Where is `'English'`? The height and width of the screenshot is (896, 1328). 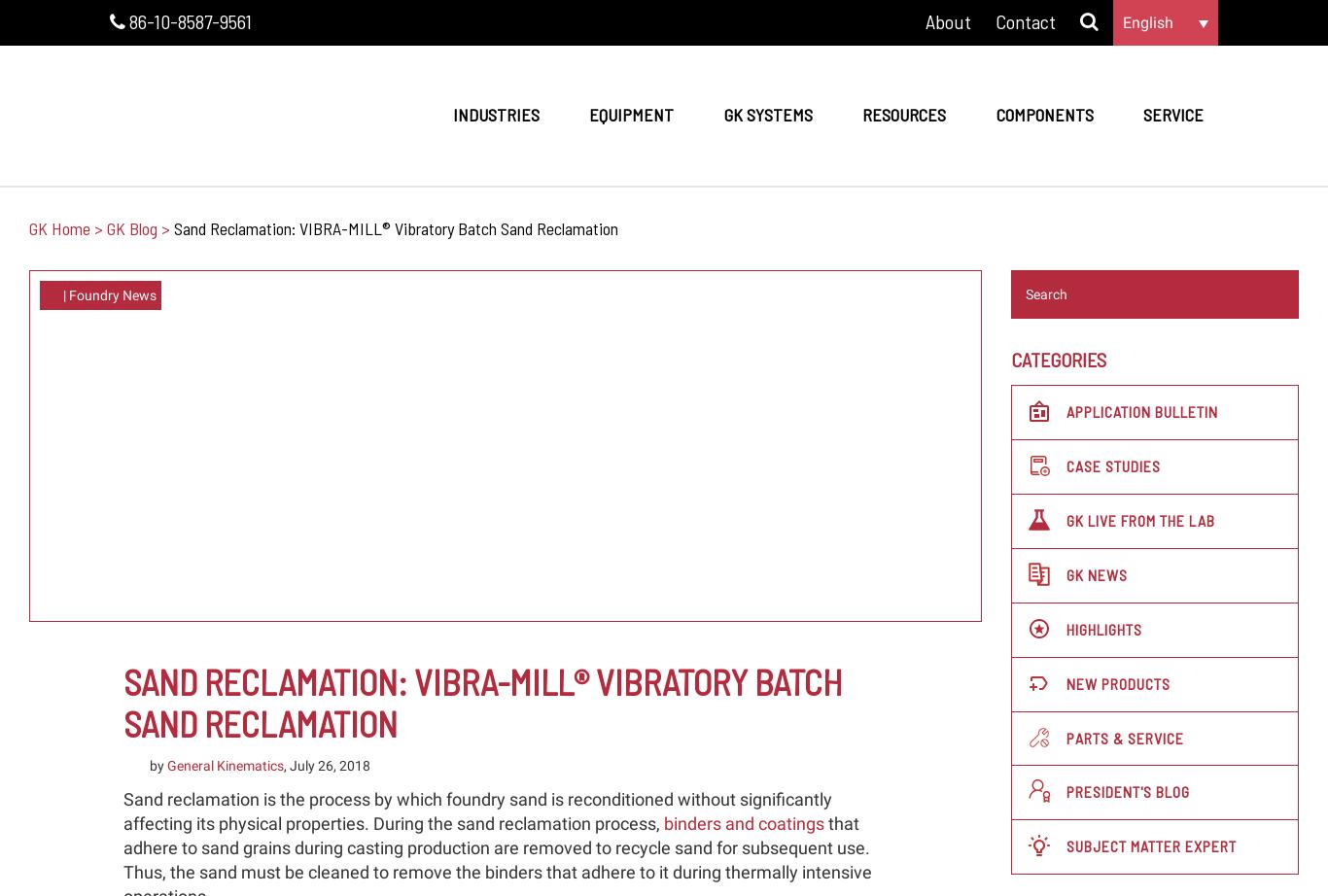 'English' is located at coordinates (1148, 21).